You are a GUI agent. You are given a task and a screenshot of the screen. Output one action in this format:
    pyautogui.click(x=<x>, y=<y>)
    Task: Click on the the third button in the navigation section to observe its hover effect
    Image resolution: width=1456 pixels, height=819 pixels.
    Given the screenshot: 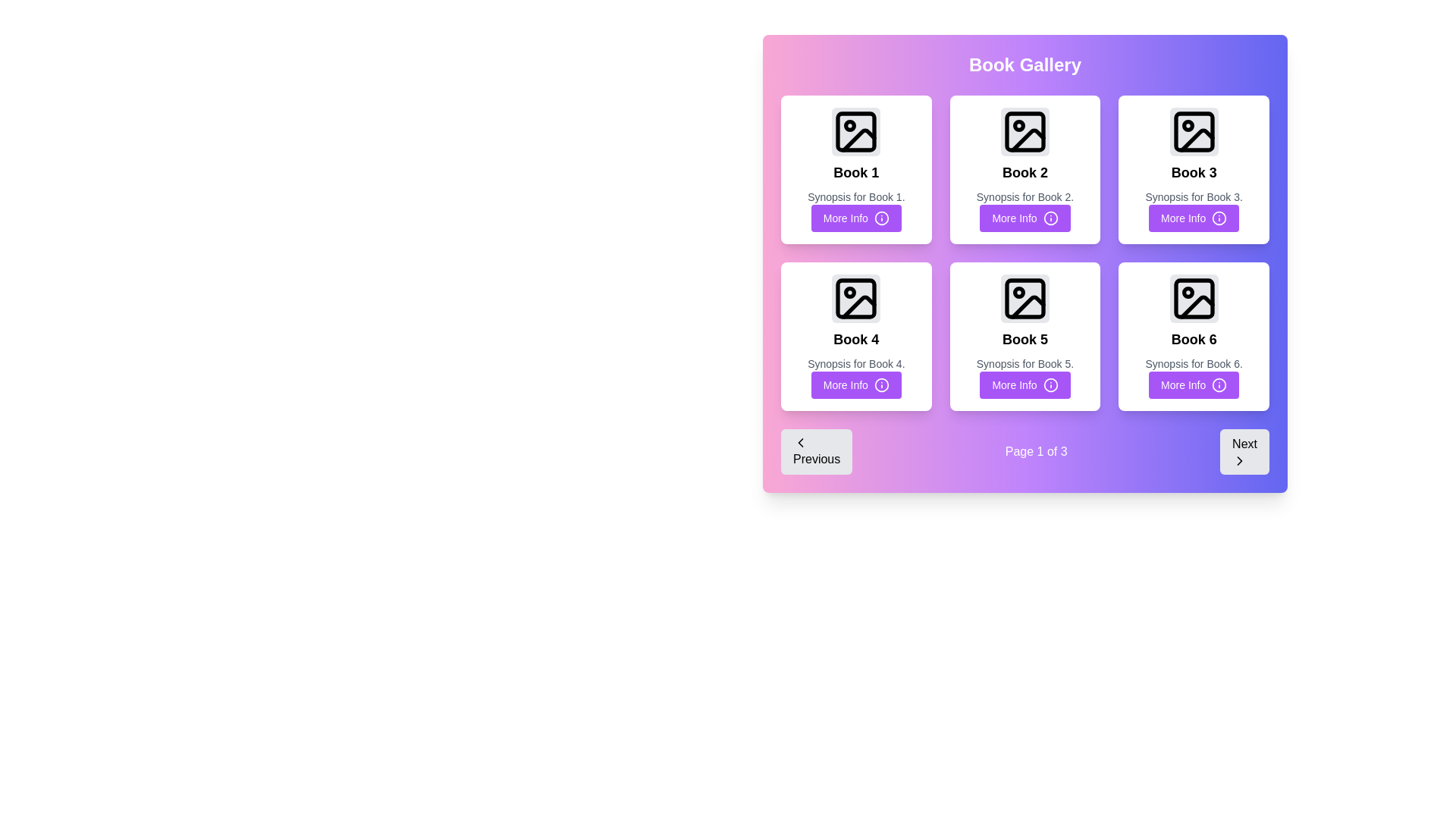 What is the action you would take?
    pyautogui.click(x=1244, y=451)
    